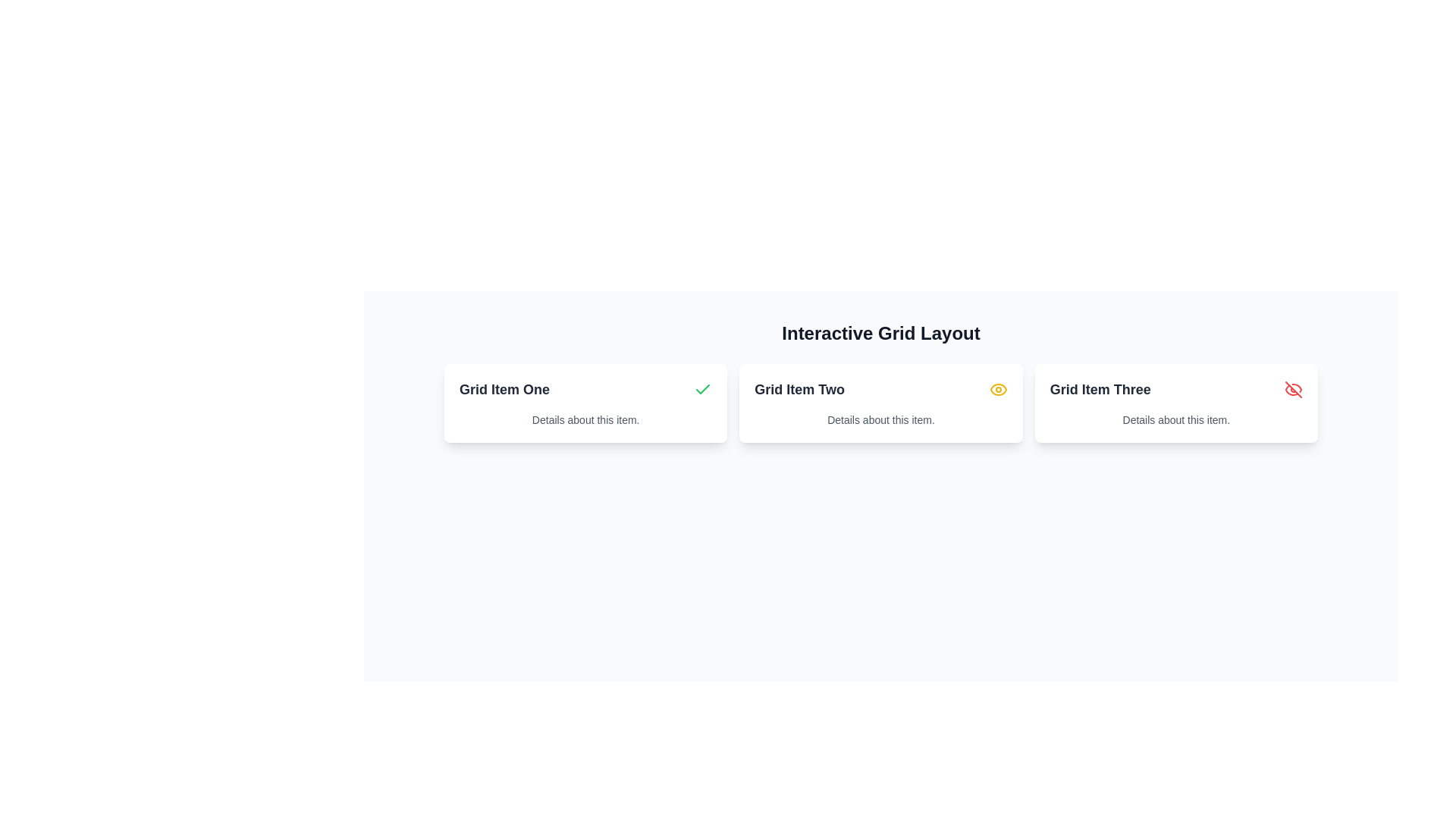  Describe the element at coordinates (880, 403) in the screenshot. I see `the Information card labeled 'Grid Item Two', which is the second item in a horizontally arranged grid layout` at that location.